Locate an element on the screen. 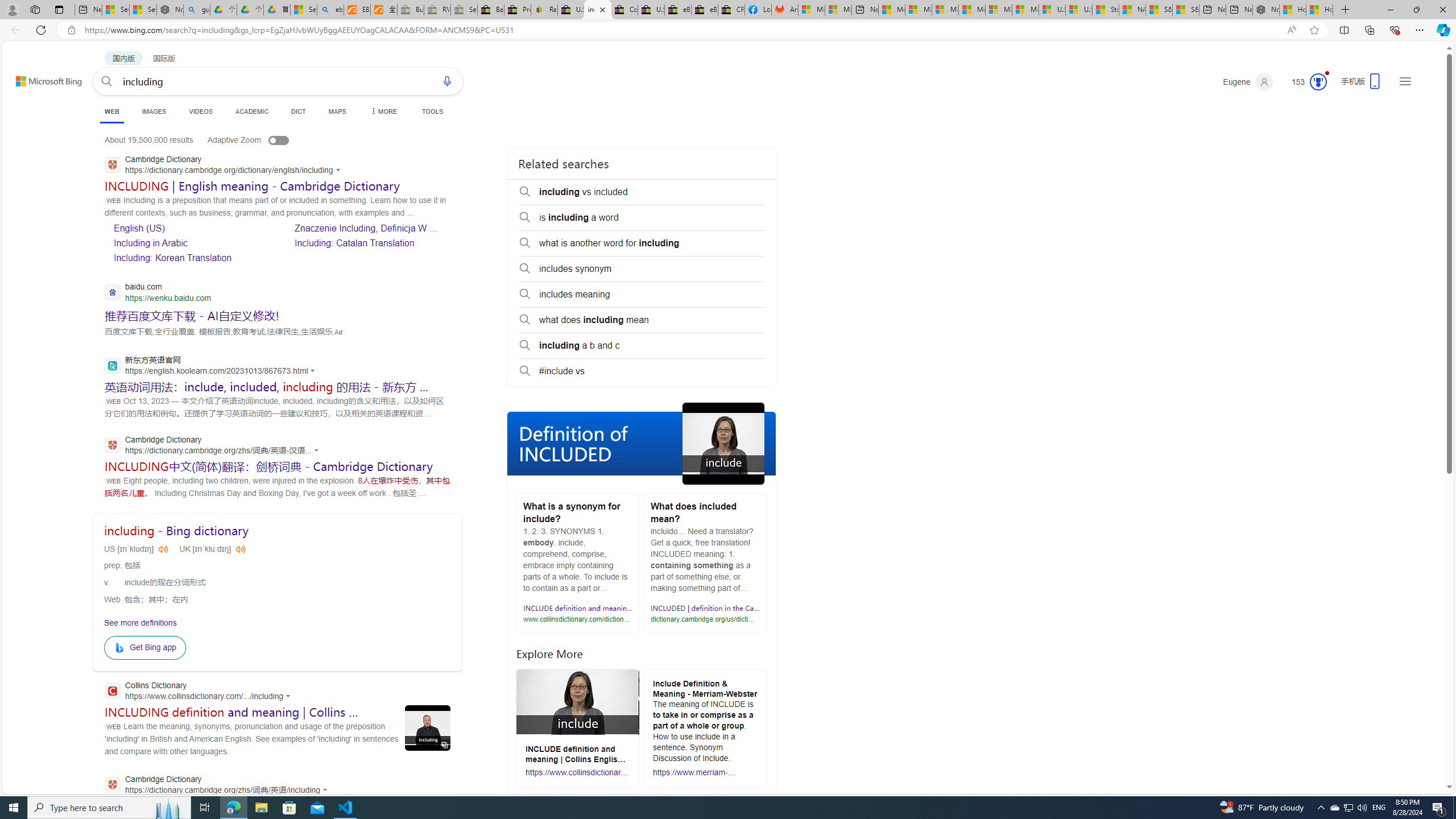 The width and height of the screenshot is (1456, 819). 'S&P 500, Nasdaq end lower, weighed by Nvidia dip | Watch' is located at coordinates (1185, 9).